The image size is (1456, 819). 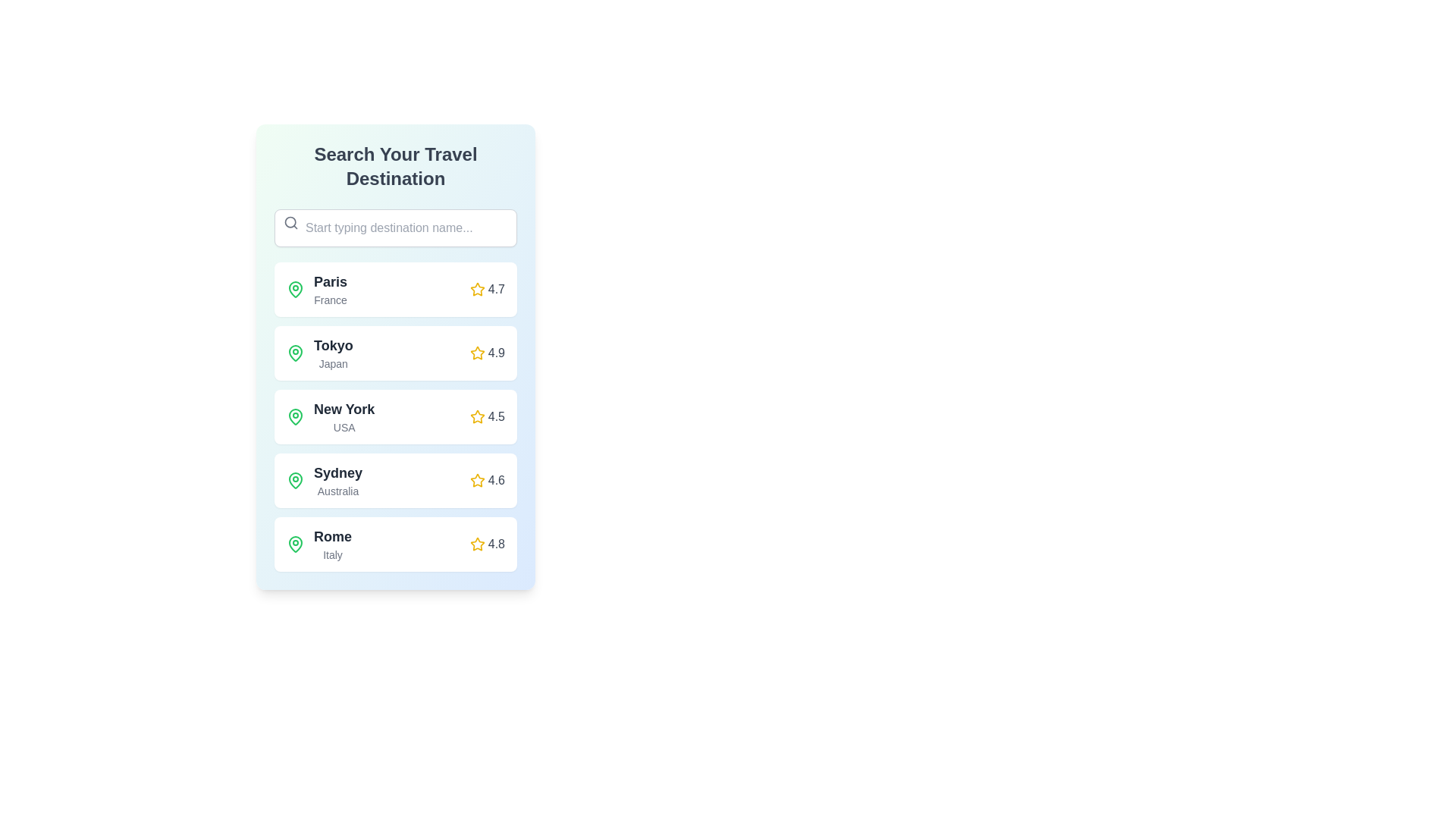 What do you see at coordinates (496, 543) in the screenshot?
I see `textual label displaying '4.8' located in the rating section of the 'Rome' card, next to the yellow star icon` at bounding box center [496, 543].